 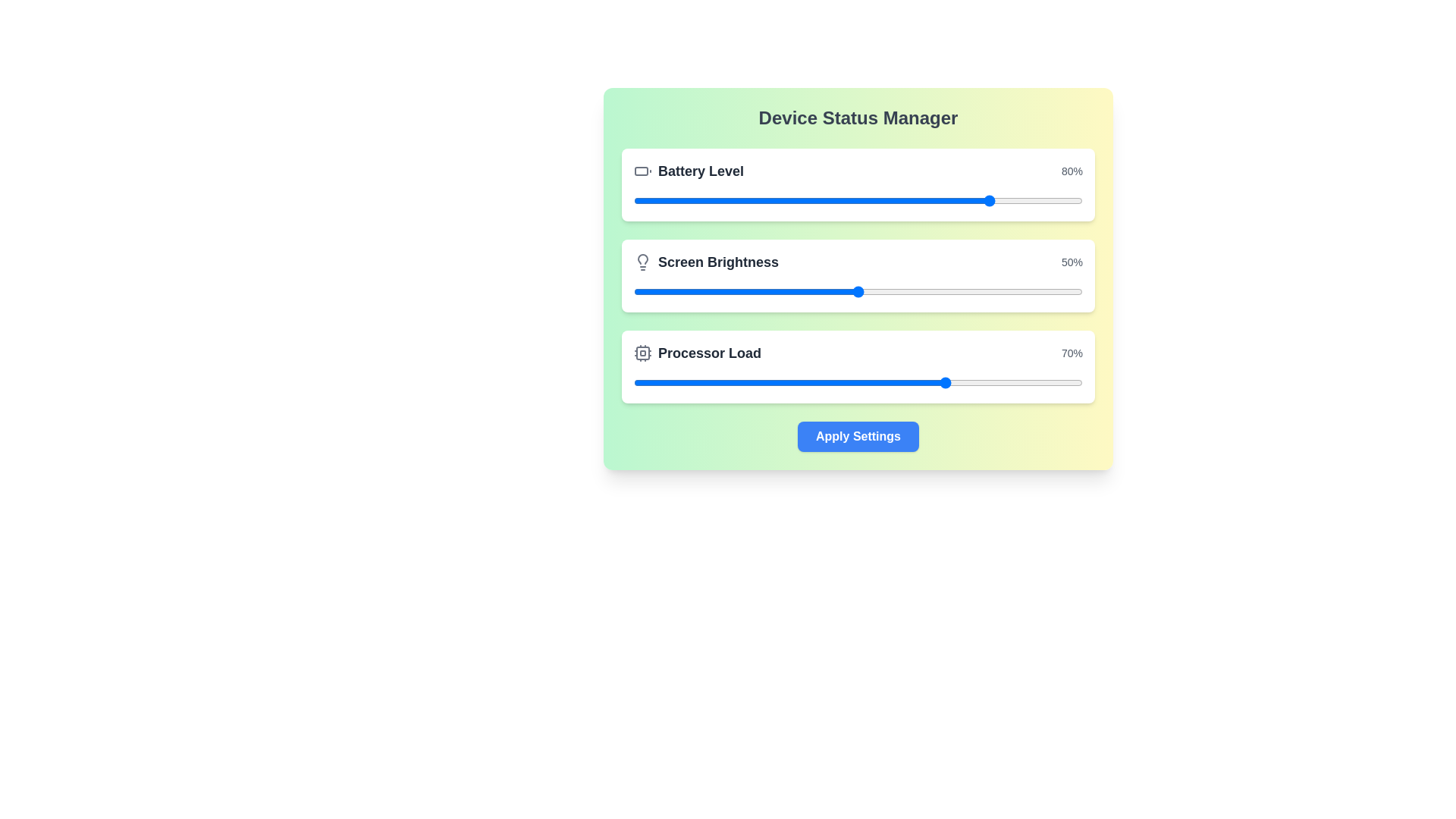 What do you see at coordinates (880, 292) in the screenshot?
I see `the brightness level` at bounding box center [880, 292].